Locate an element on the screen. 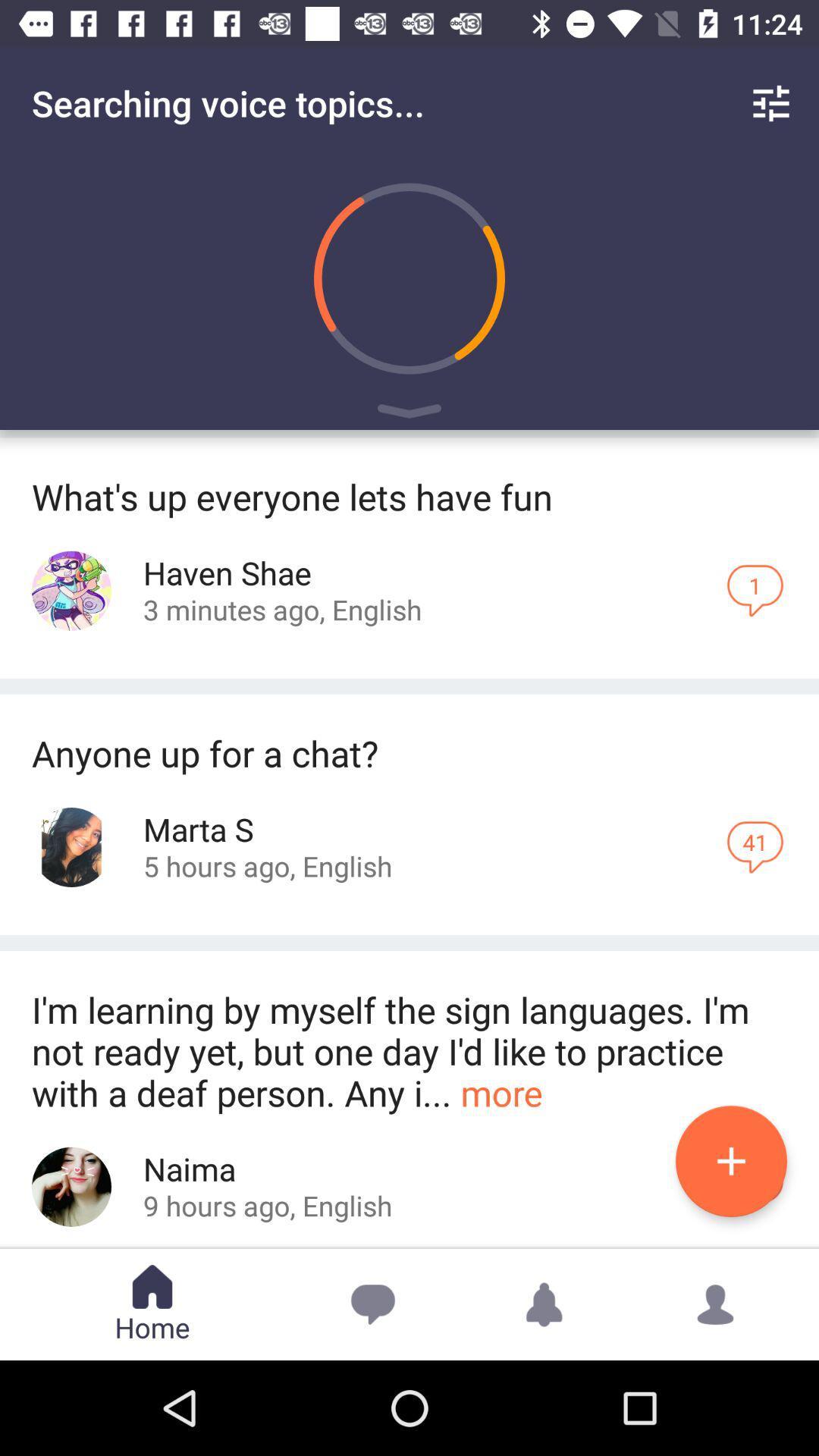 The width and height of the screenshot is (819, 1456). option is located at coordinates (730, 1160).